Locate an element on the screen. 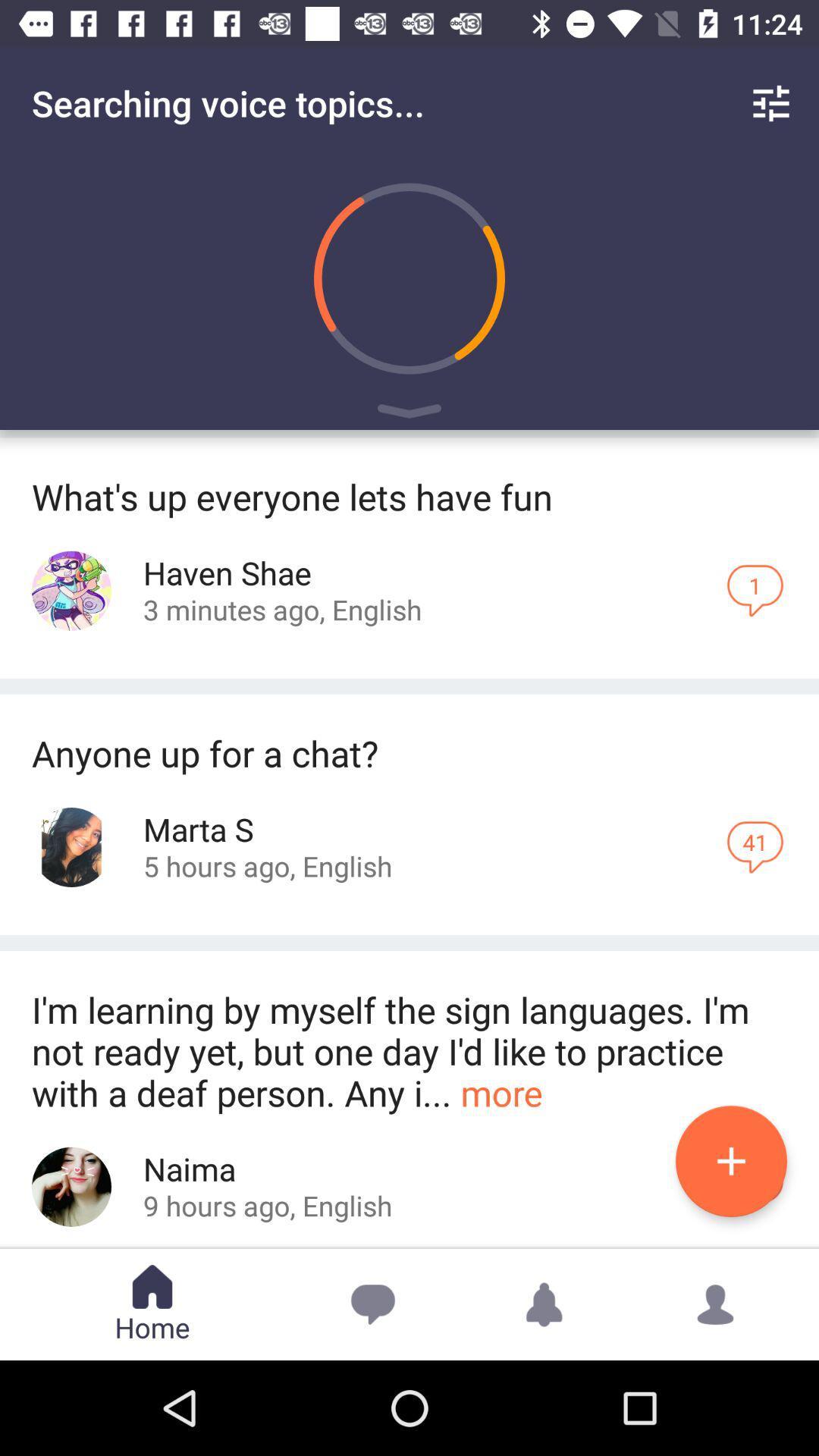 The width and height of the screenshot is (819, 1456). option is located at coordinates (730, 1160).